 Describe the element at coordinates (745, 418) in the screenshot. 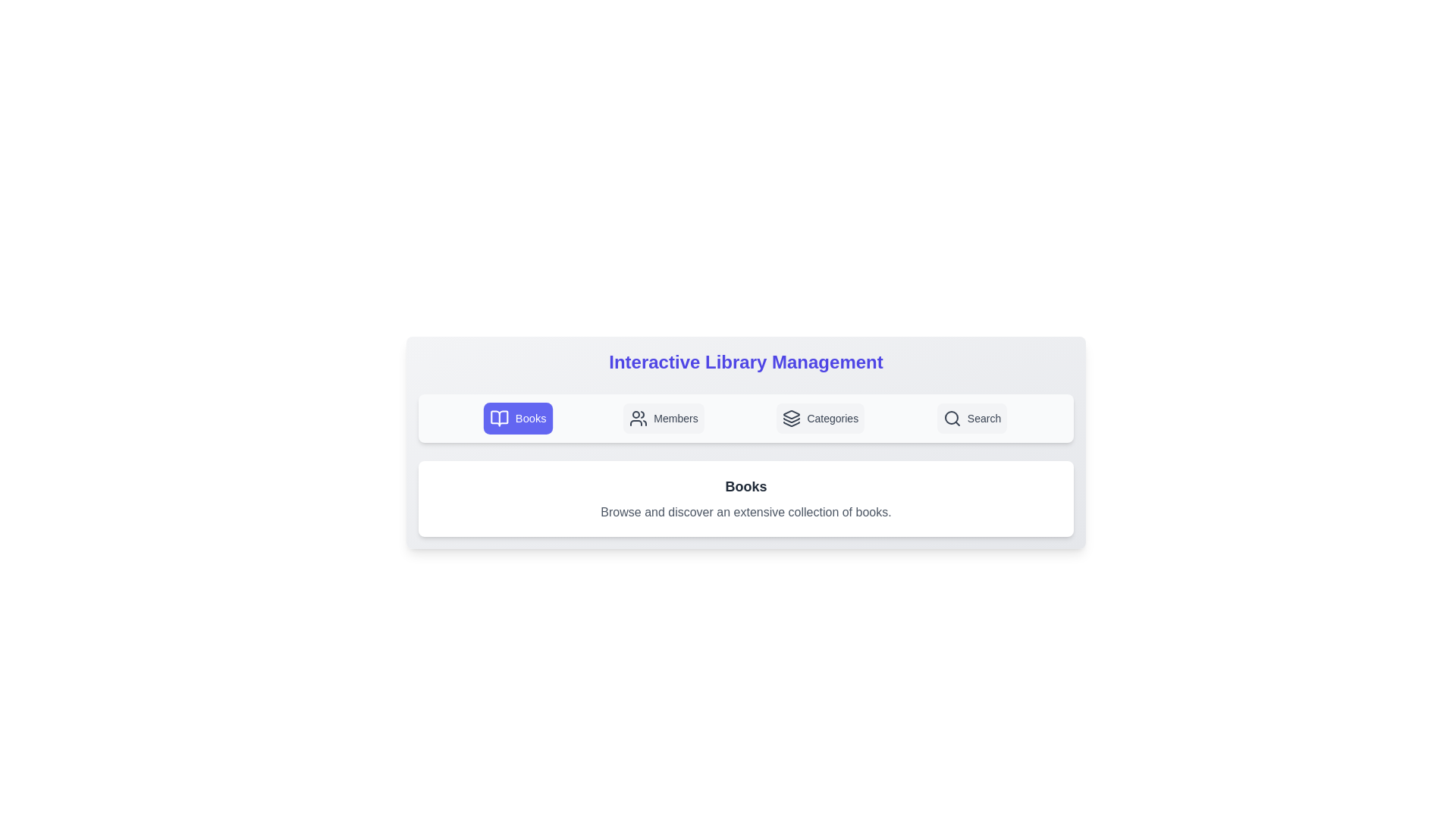

I see `the 'Books' tab in the navigation bar` at that location.